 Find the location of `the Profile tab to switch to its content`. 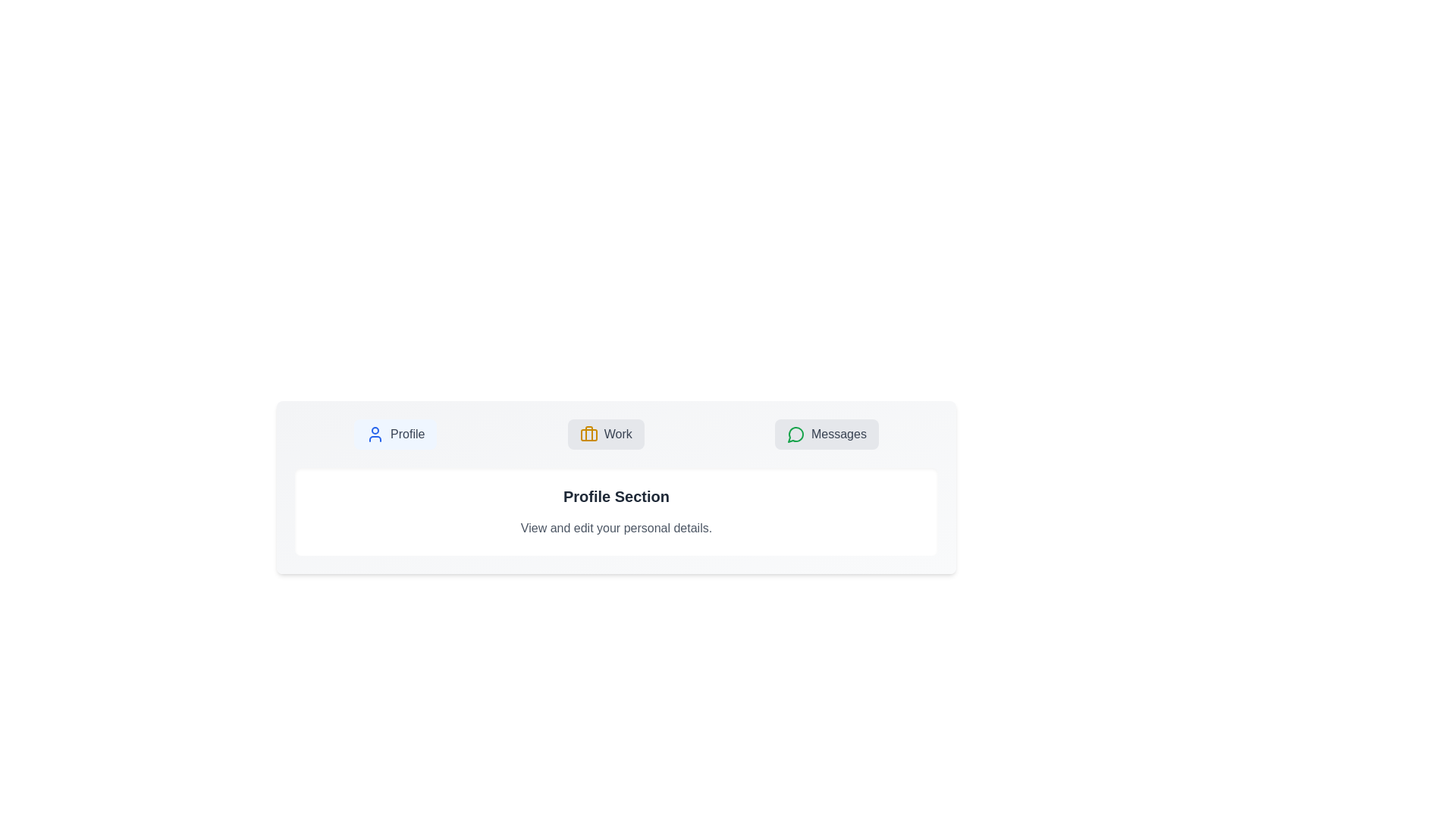

the Profile tab to switch to its content is located at coordinates (395, 435).